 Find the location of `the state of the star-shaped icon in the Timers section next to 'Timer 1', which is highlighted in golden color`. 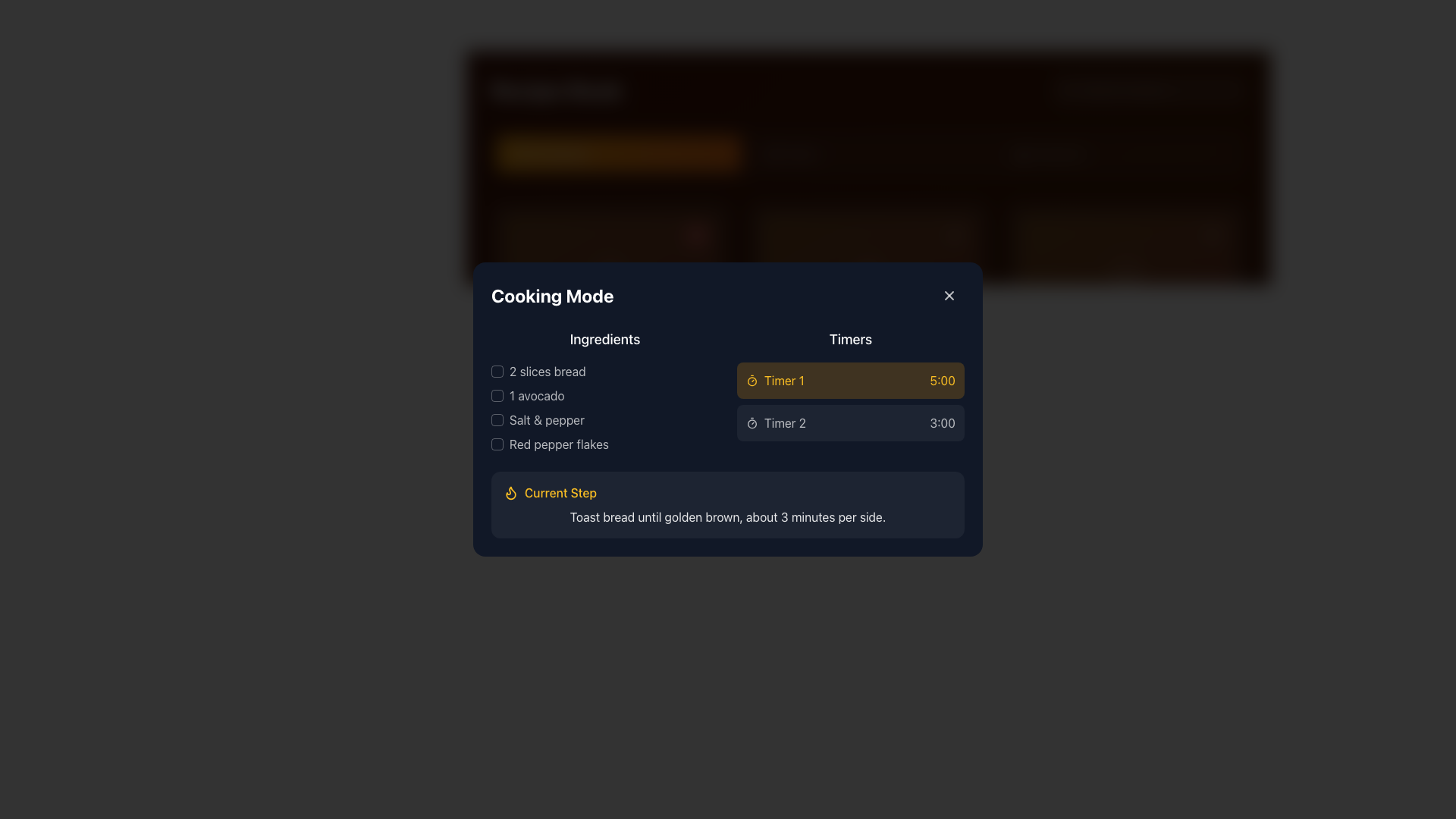

the state of the star-shaped icon in the Timers section next to 'Timer 1', which is highlighted in golden color is located at coordinates (939, 358).